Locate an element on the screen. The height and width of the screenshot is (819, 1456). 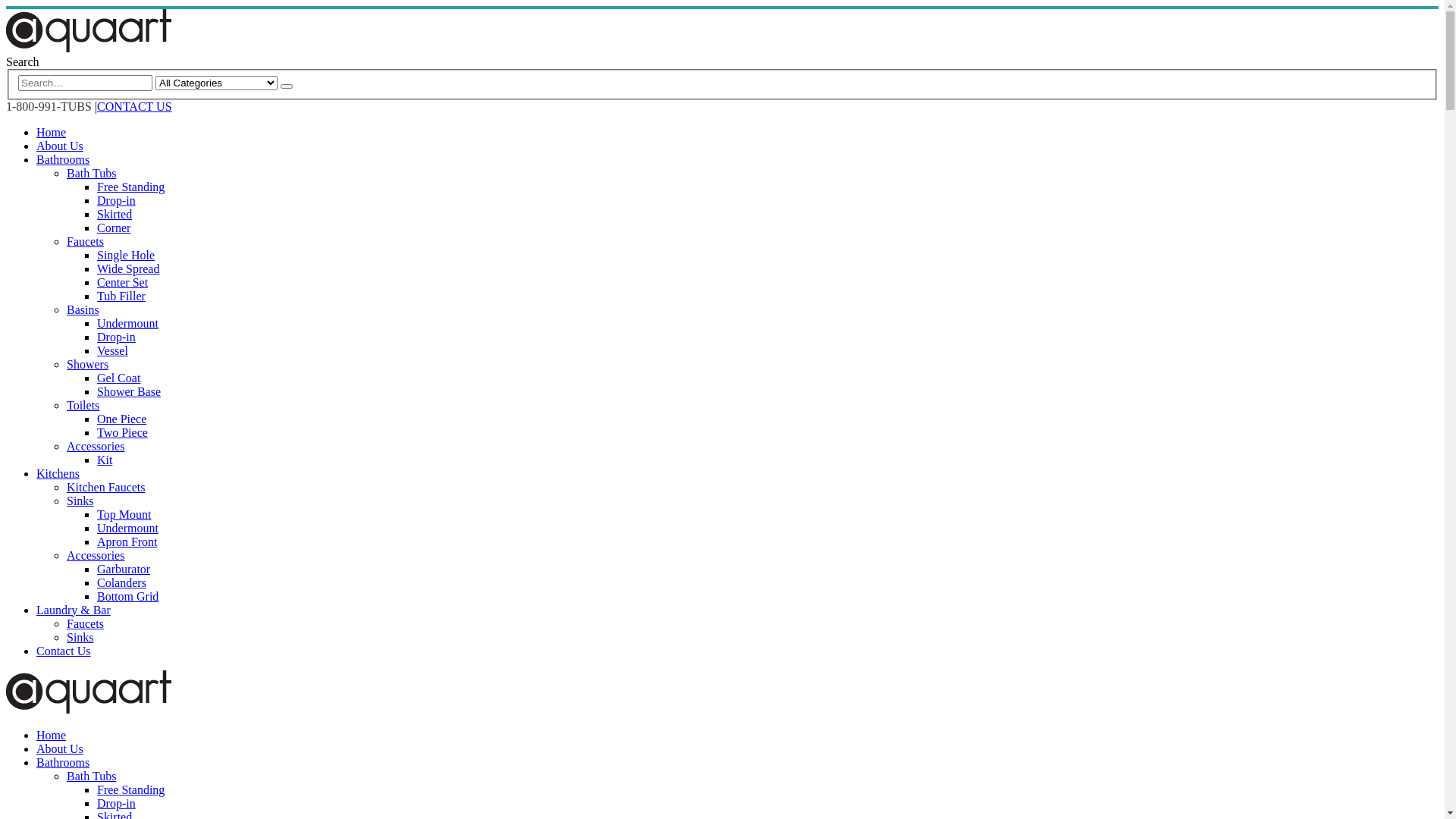
'Home' is located at coordinates (51, 734).